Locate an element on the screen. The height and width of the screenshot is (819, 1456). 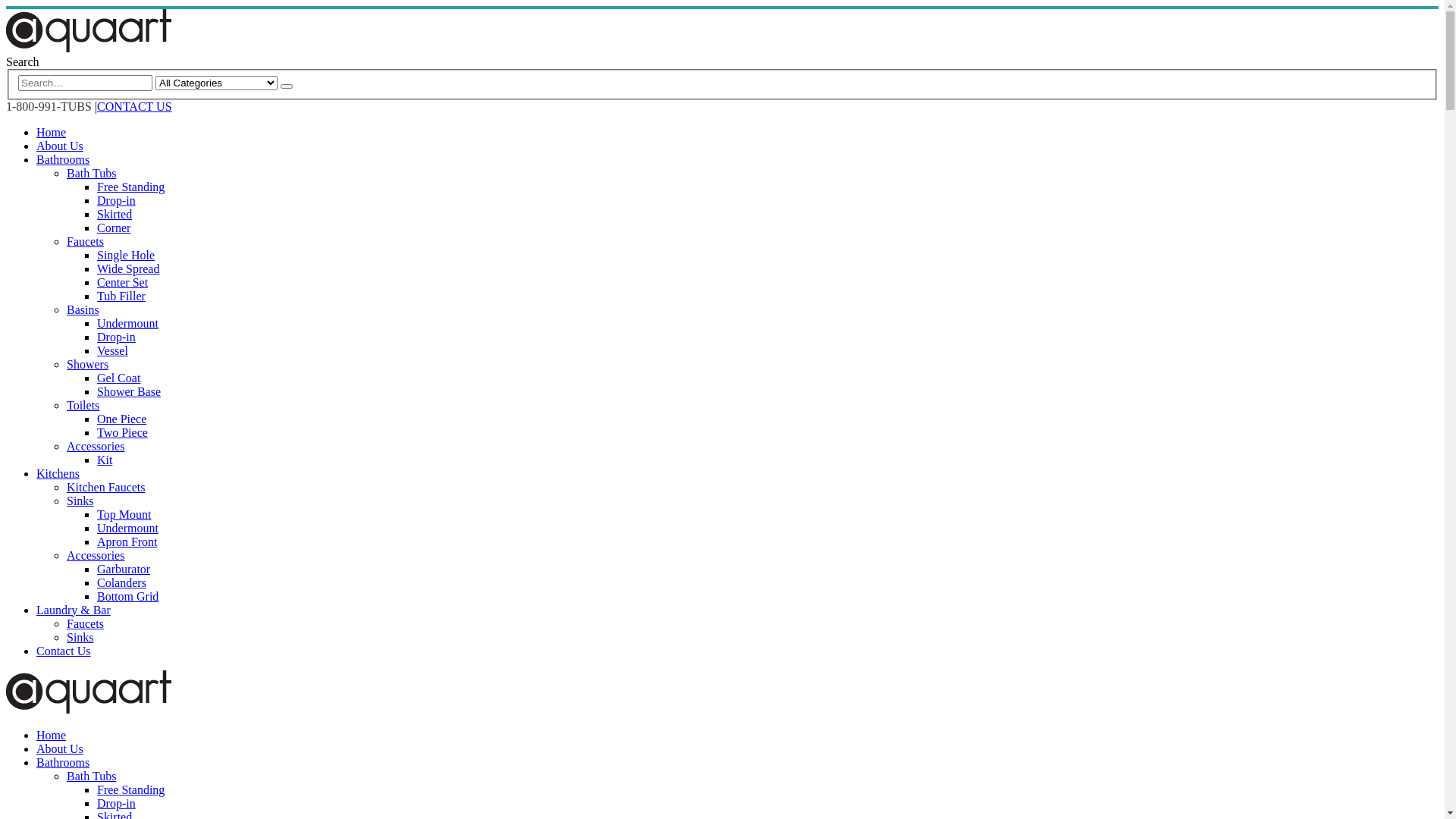
'Home' is located at coordinates (51, 734).